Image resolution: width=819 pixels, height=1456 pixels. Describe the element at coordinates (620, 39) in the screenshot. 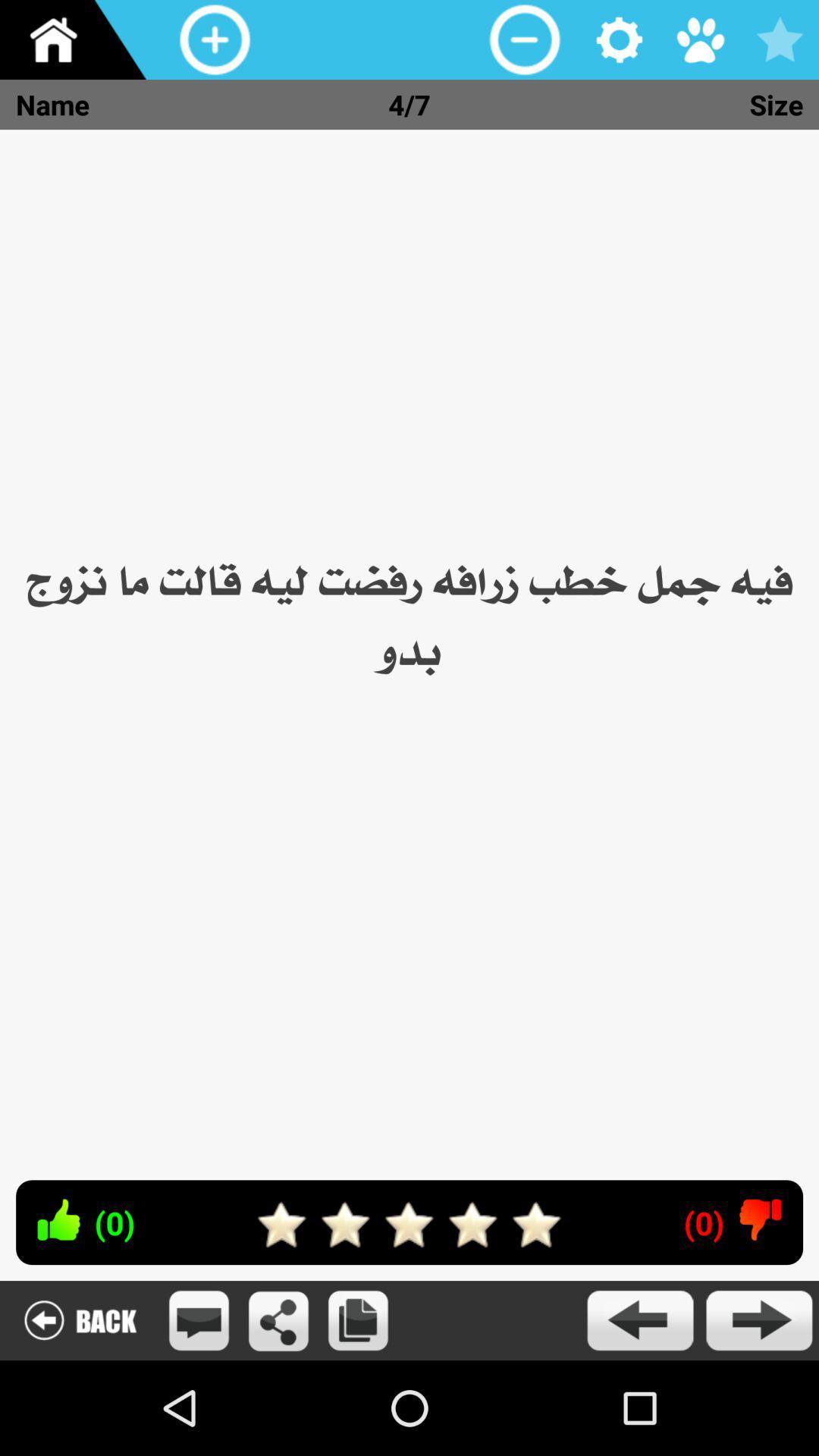

I see `settings option` at that location.